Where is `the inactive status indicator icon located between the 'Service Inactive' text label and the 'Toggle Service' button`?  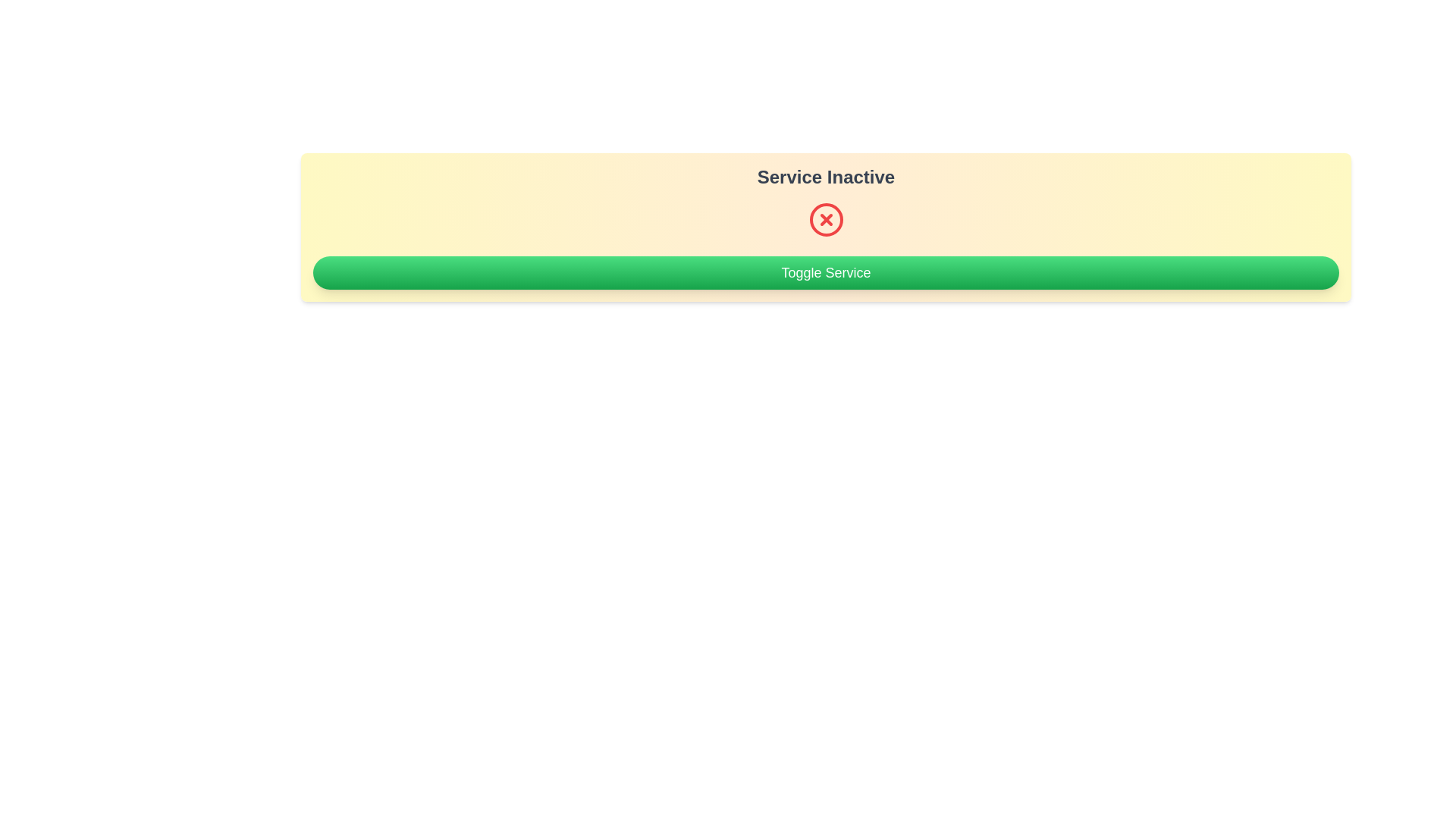 the inactive status indicator icon located between the 'Service Inactive' text label and the 'Toggle Service' button is located at coordinates (825, 219).